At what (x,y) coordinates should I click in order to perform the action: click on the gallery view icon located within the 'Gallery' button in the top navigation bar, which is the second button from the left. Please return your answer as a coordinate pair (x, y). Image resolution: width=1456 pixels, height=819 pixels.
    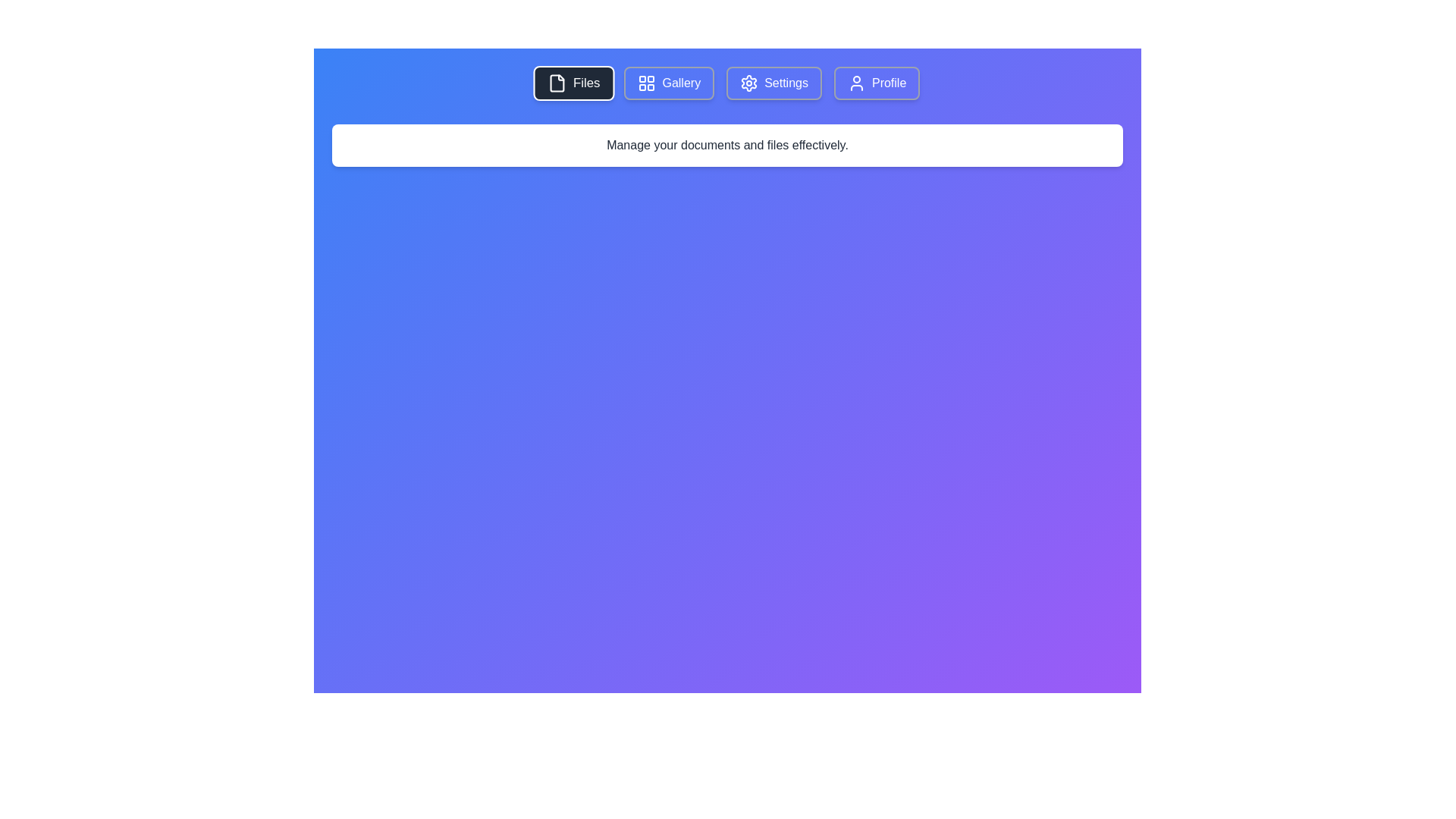
    Looking at the image, I should click on (647, 83).